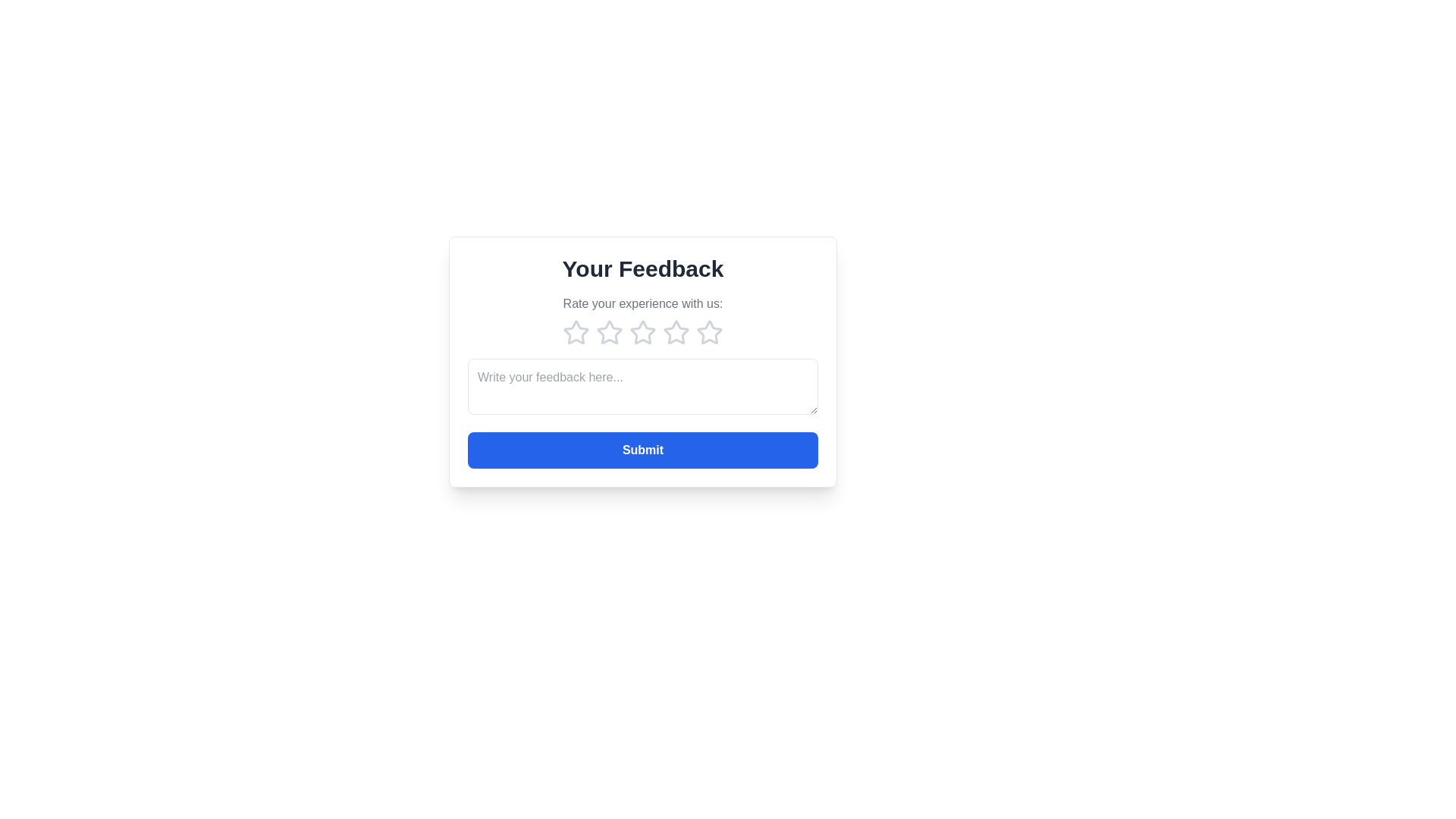 This screenshot has width=1456, height=819. What do you see at coordinates (643, 332) in the screenshot?
I see `the star corresponding to 3 to preview the rating` at bounding box center [643, 332].